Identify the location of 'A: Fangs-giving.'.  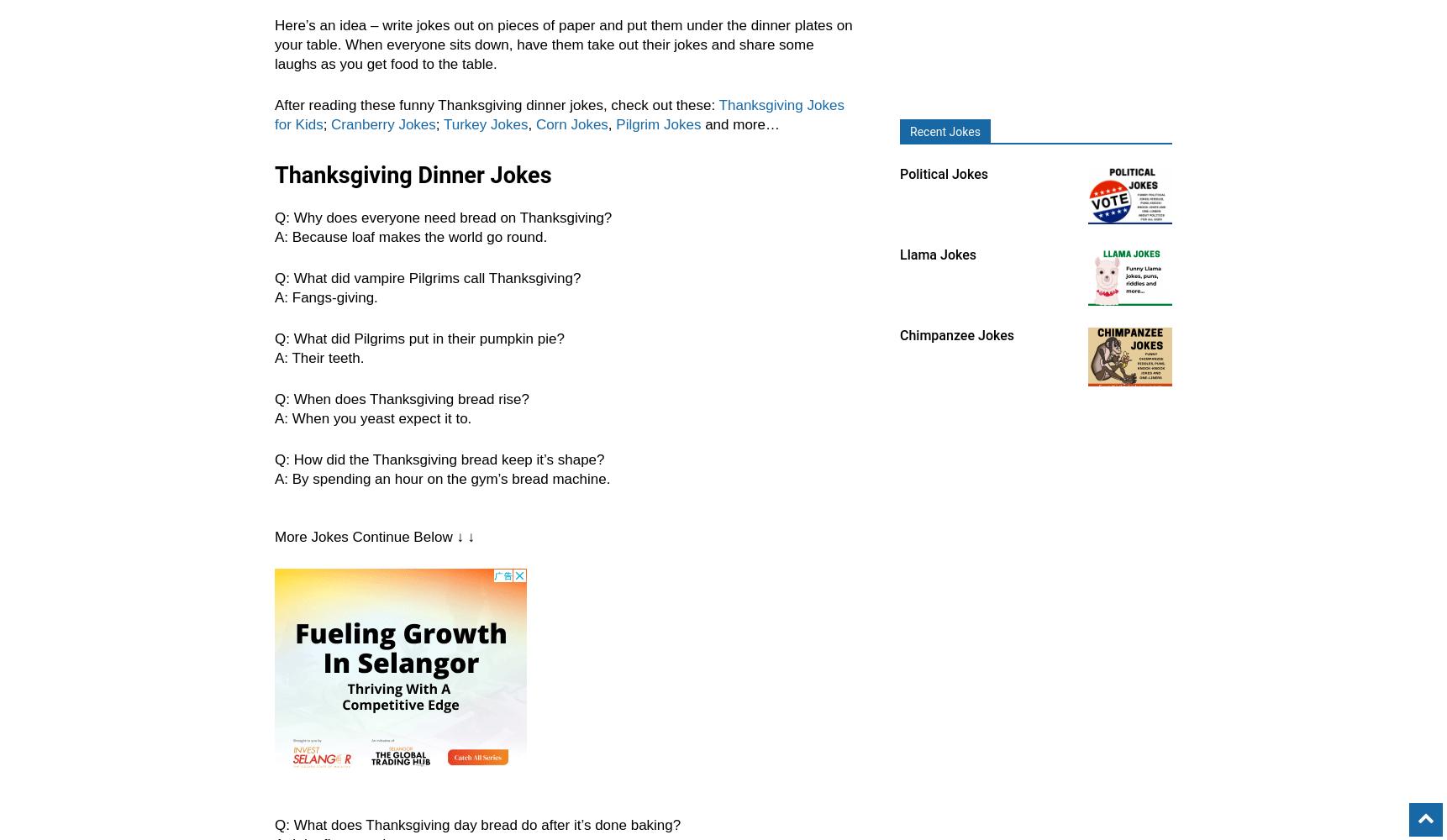
(325, 297).